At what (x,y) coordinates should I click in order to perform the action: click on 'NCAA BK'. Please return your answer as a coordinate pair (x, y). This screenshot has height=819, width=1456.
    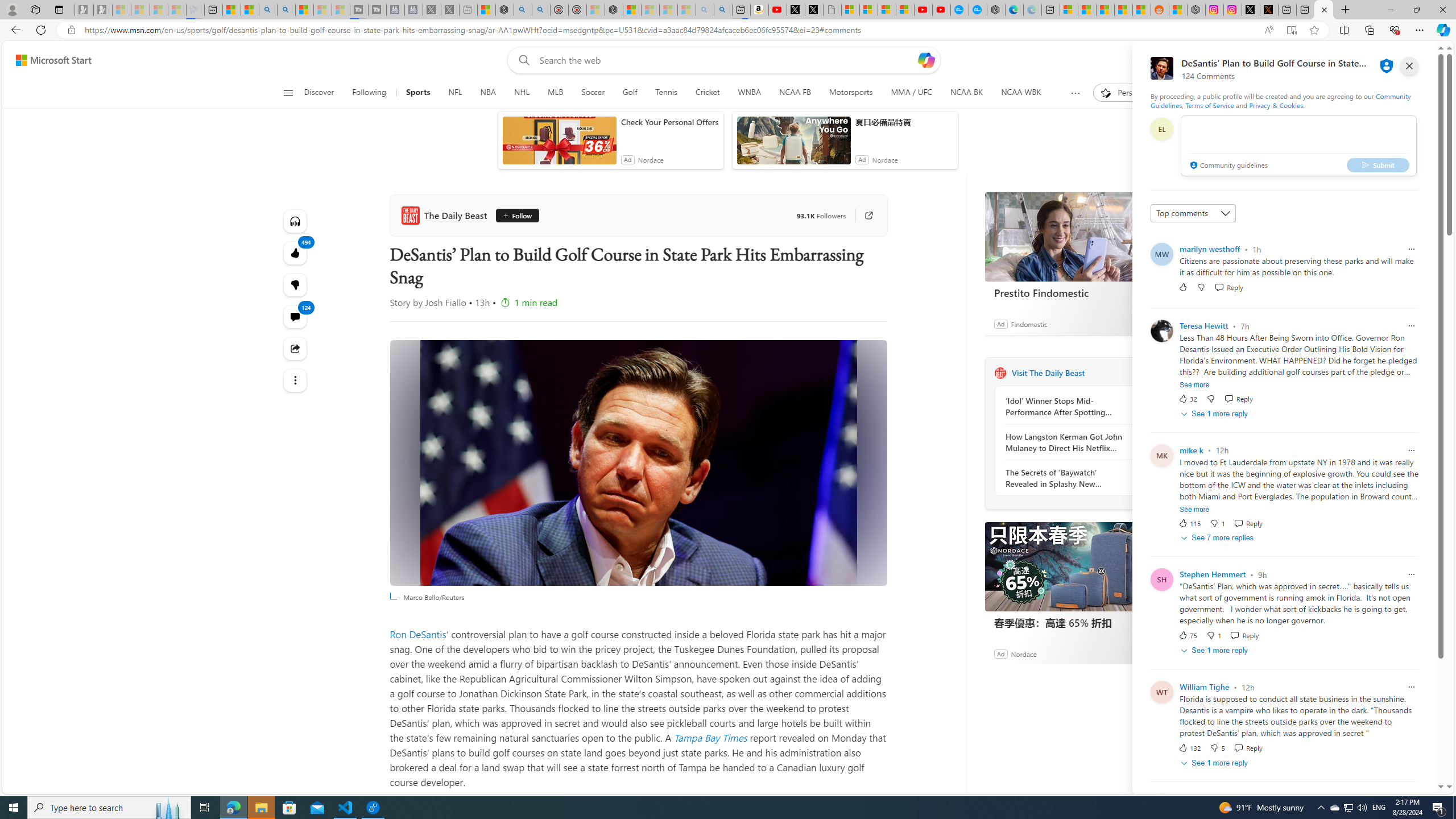
    Looking at the image, I should click on (965, 92).